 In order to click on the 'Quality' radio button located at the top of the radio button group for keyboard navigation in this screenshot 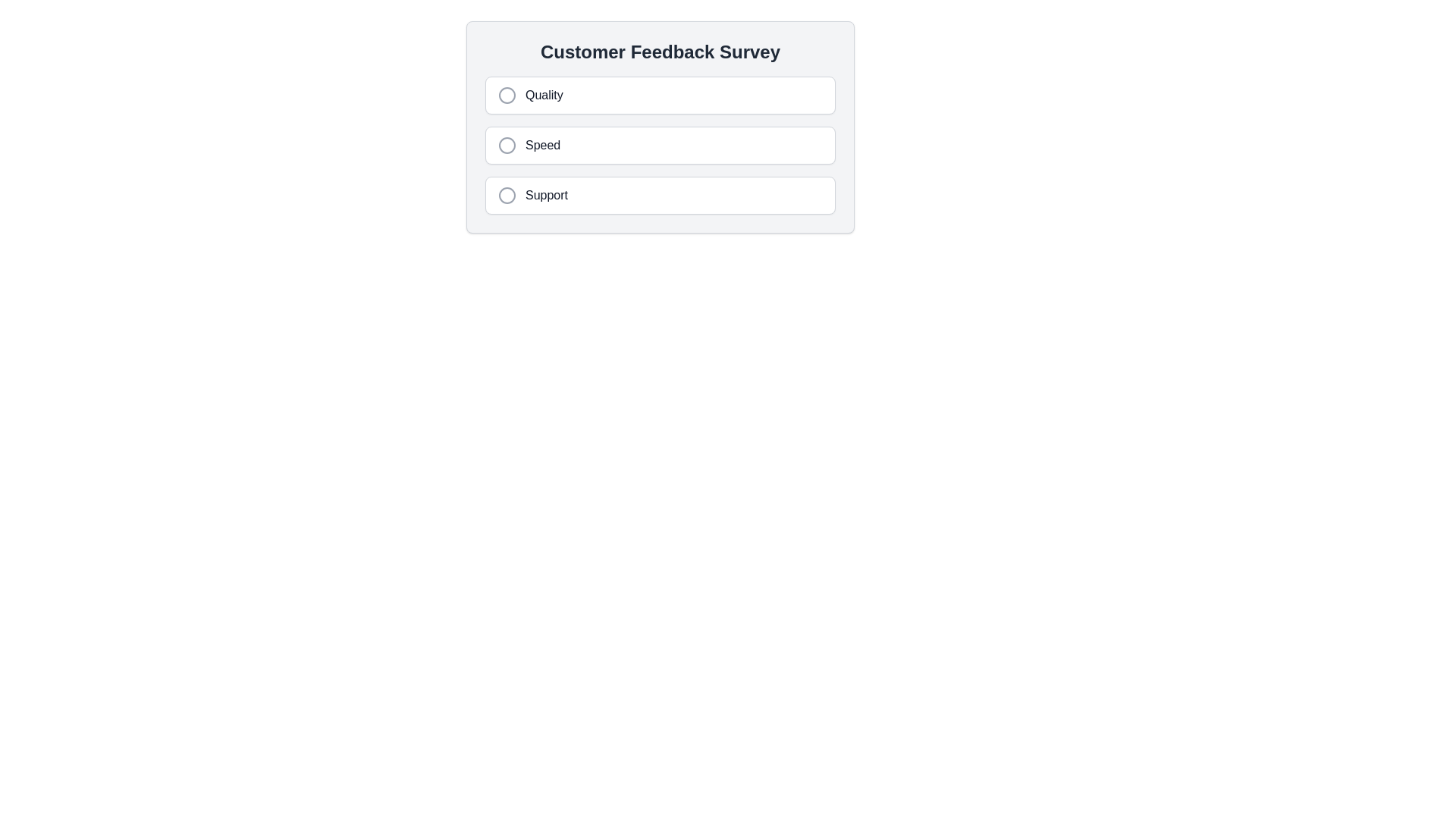, I will do `click(660, 96)`.